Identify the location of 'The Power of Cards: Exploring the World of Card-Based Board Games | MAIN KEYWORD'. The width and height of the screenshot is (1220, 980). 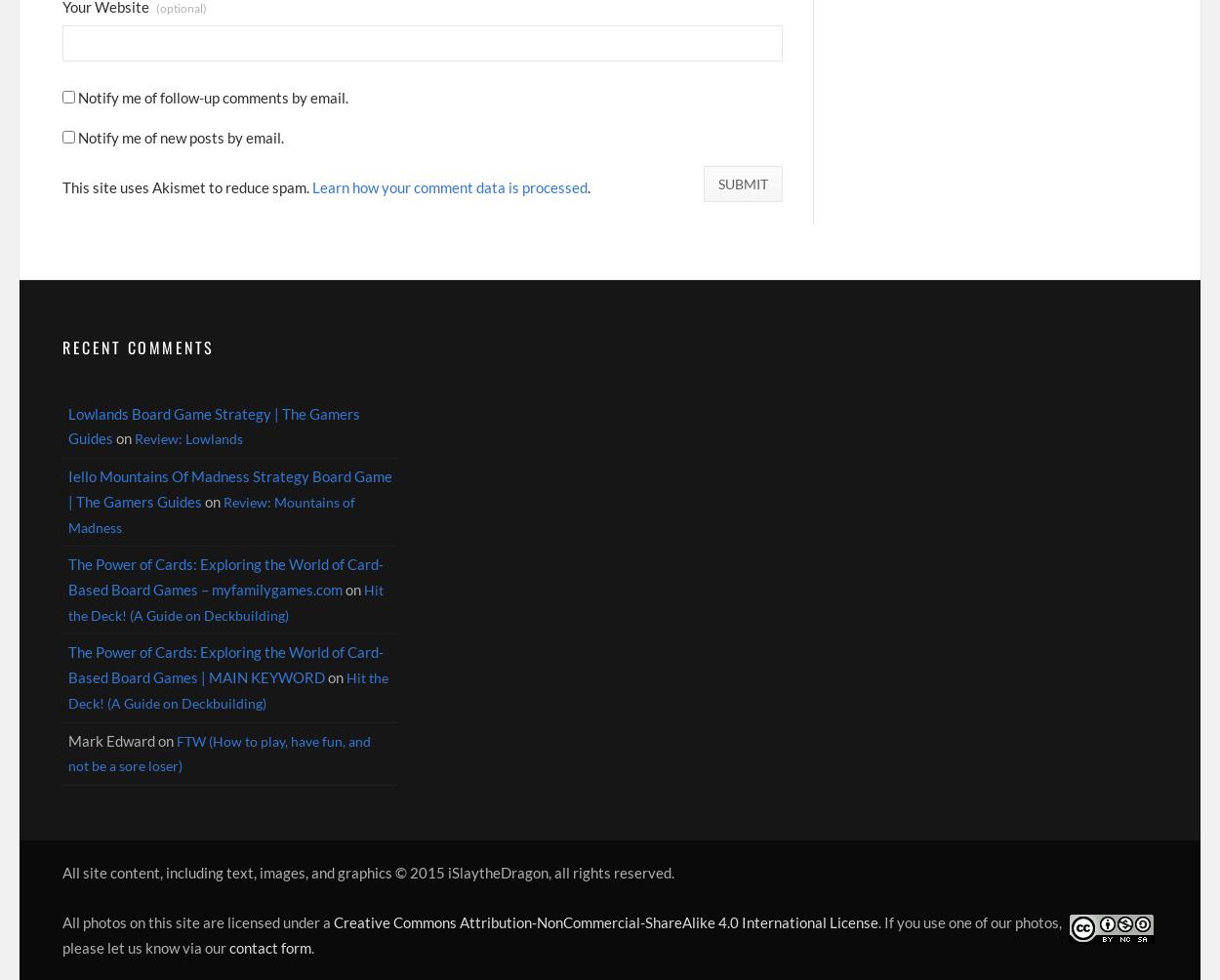
(224, 664).